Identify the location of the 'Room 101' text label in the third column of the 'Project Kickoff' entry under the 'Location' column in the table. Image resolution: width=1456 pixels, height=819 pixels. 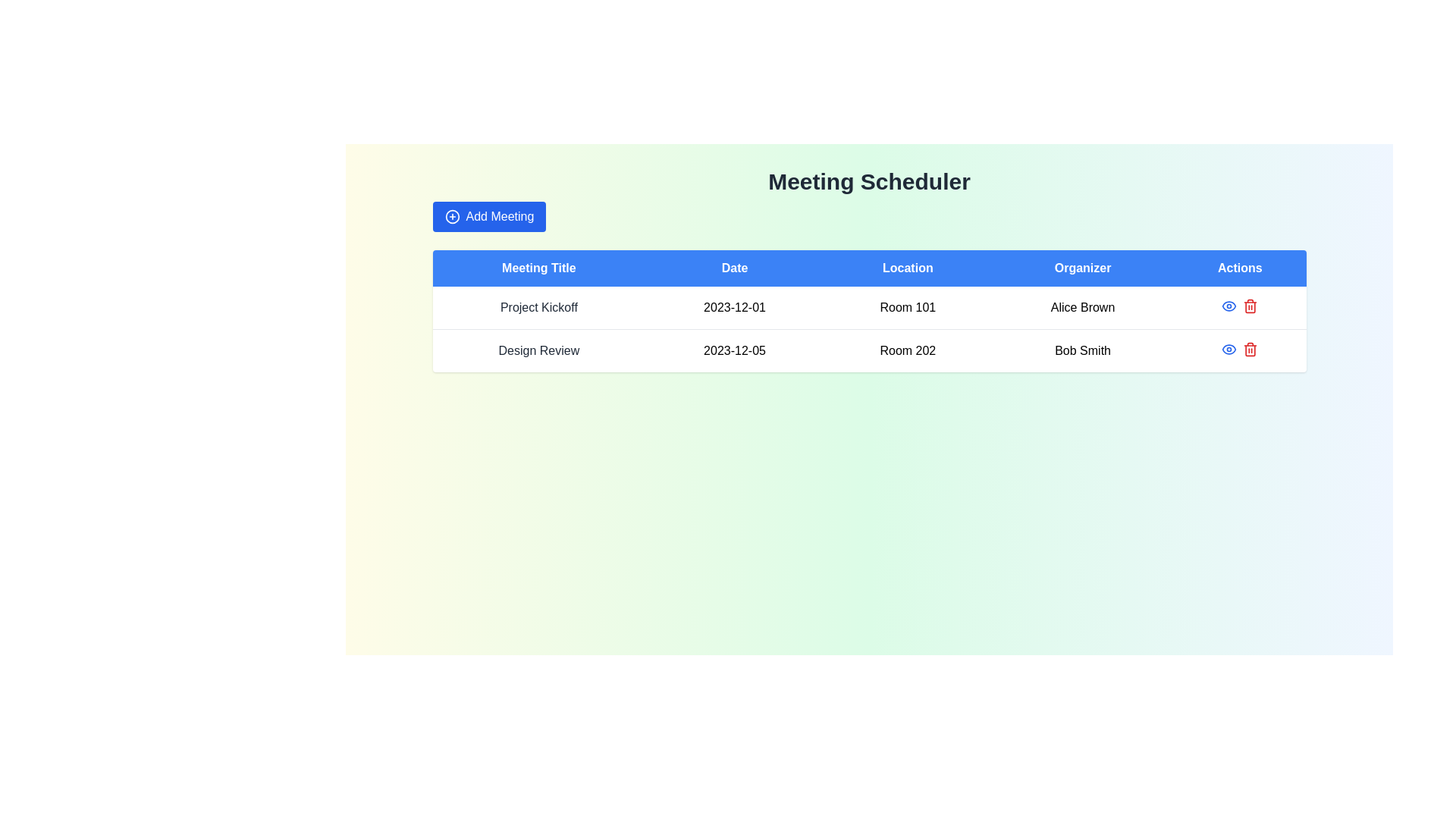
(908, 307).